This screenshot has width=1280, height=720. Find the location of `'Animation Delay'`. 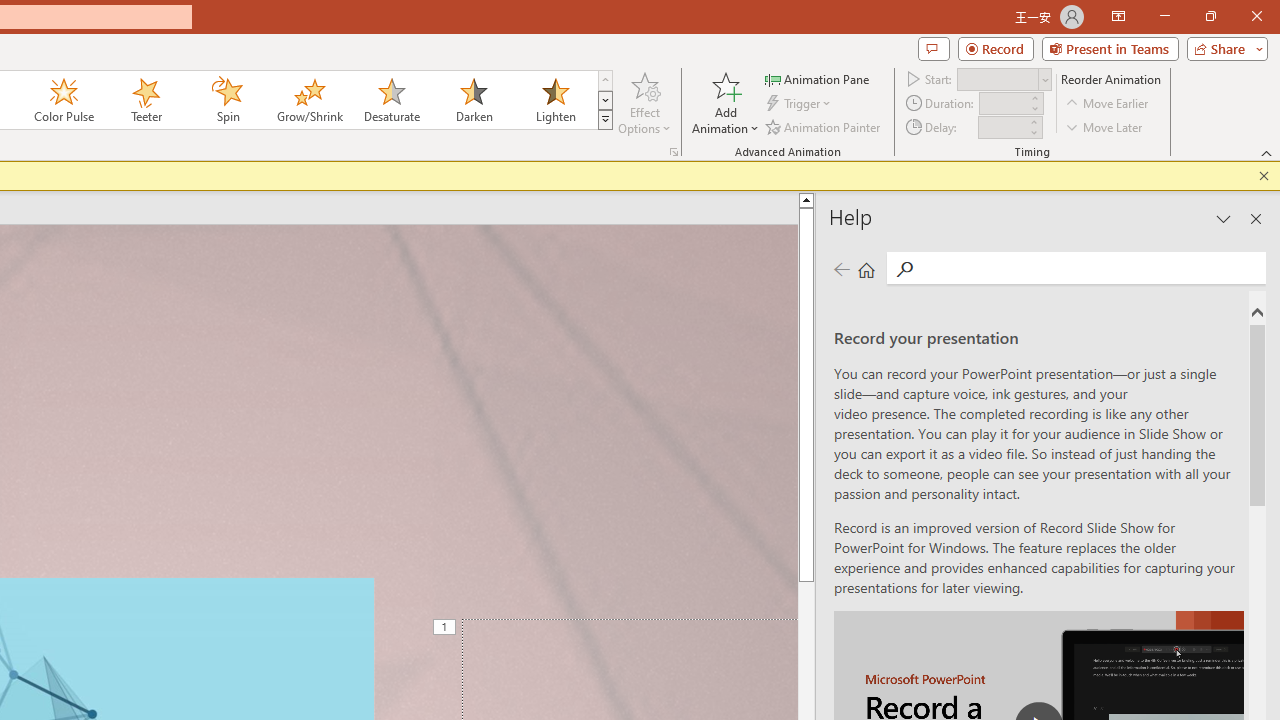

'Animation Delay' is located at coordinates (1002, 127).